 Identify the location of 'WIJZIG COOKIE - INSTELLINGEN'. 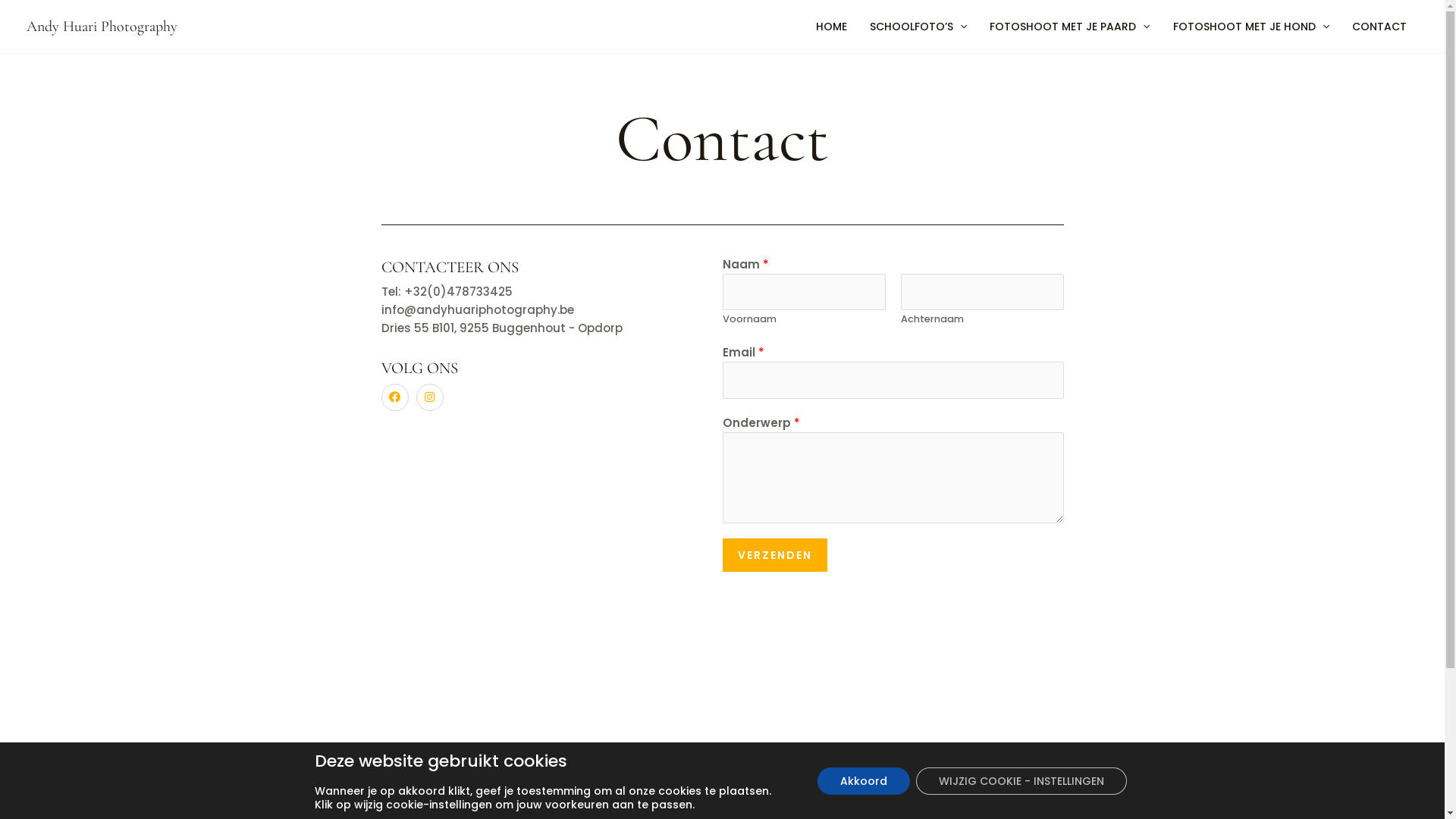
(1021, 780).